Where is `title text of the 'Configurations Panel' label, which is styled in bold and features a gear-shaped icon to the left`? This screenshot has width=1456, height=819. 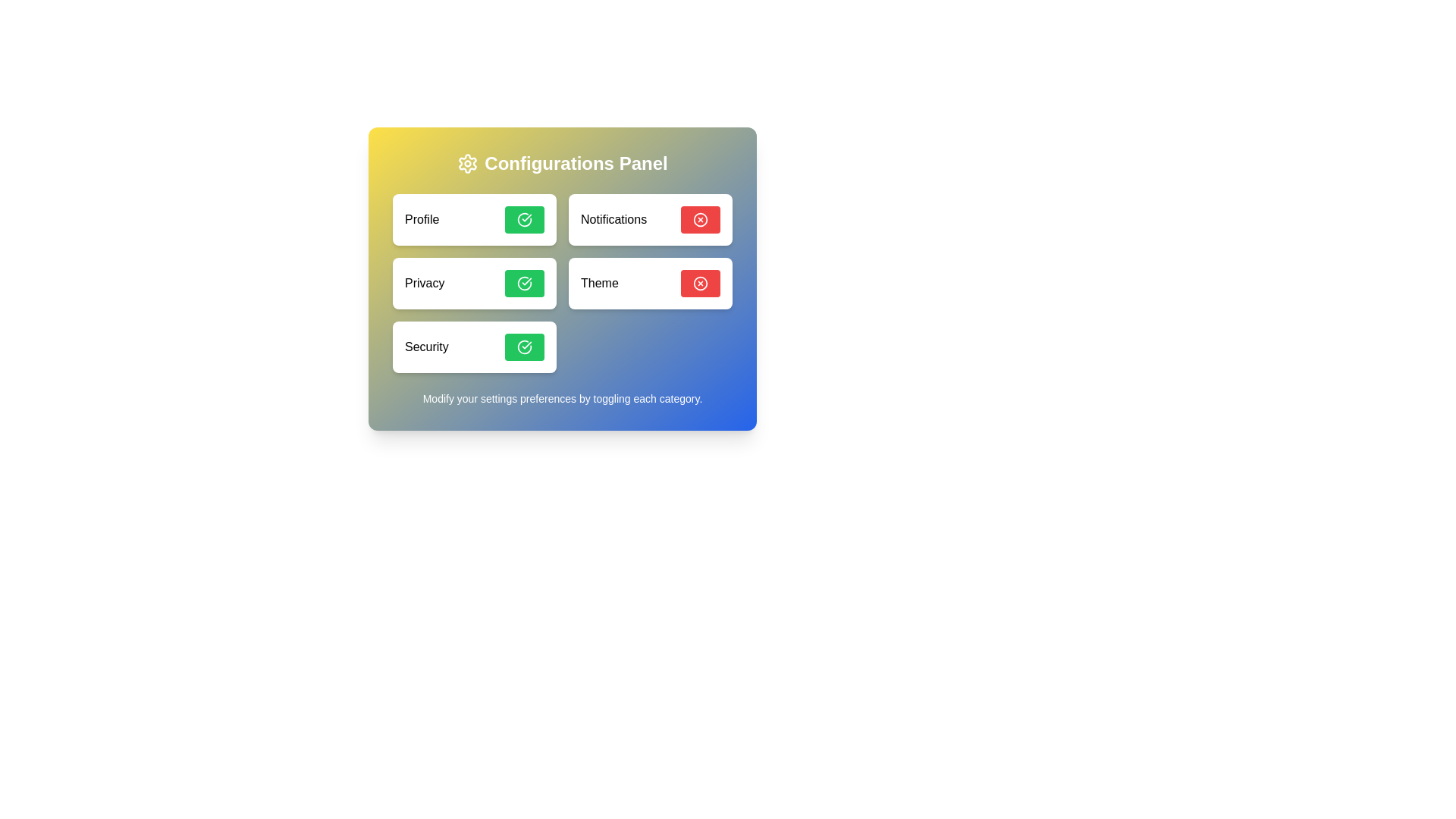 title text of the 'Configurations Panel' label, which is styled in bold and features a gear-shaped icon to the left is located at coordinates (562, 164).